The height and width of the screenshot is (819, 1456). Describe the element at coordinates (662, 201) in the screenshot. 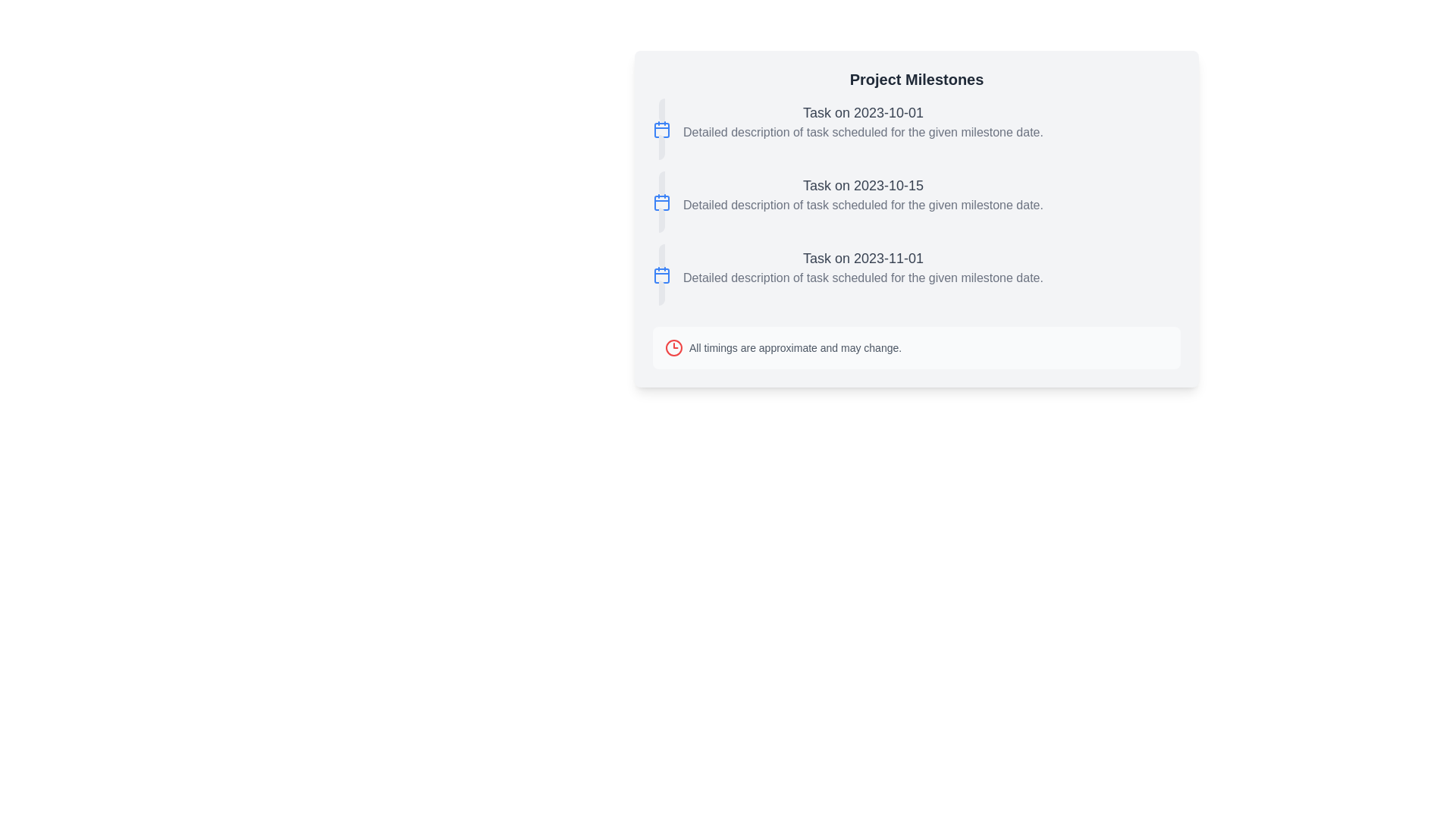

I see `the circular gray icon button with a blue calendar icon, which is the second icon in a vertical sequence, located next to the milestone text for 'Task on 2023-10-15'` at that location.